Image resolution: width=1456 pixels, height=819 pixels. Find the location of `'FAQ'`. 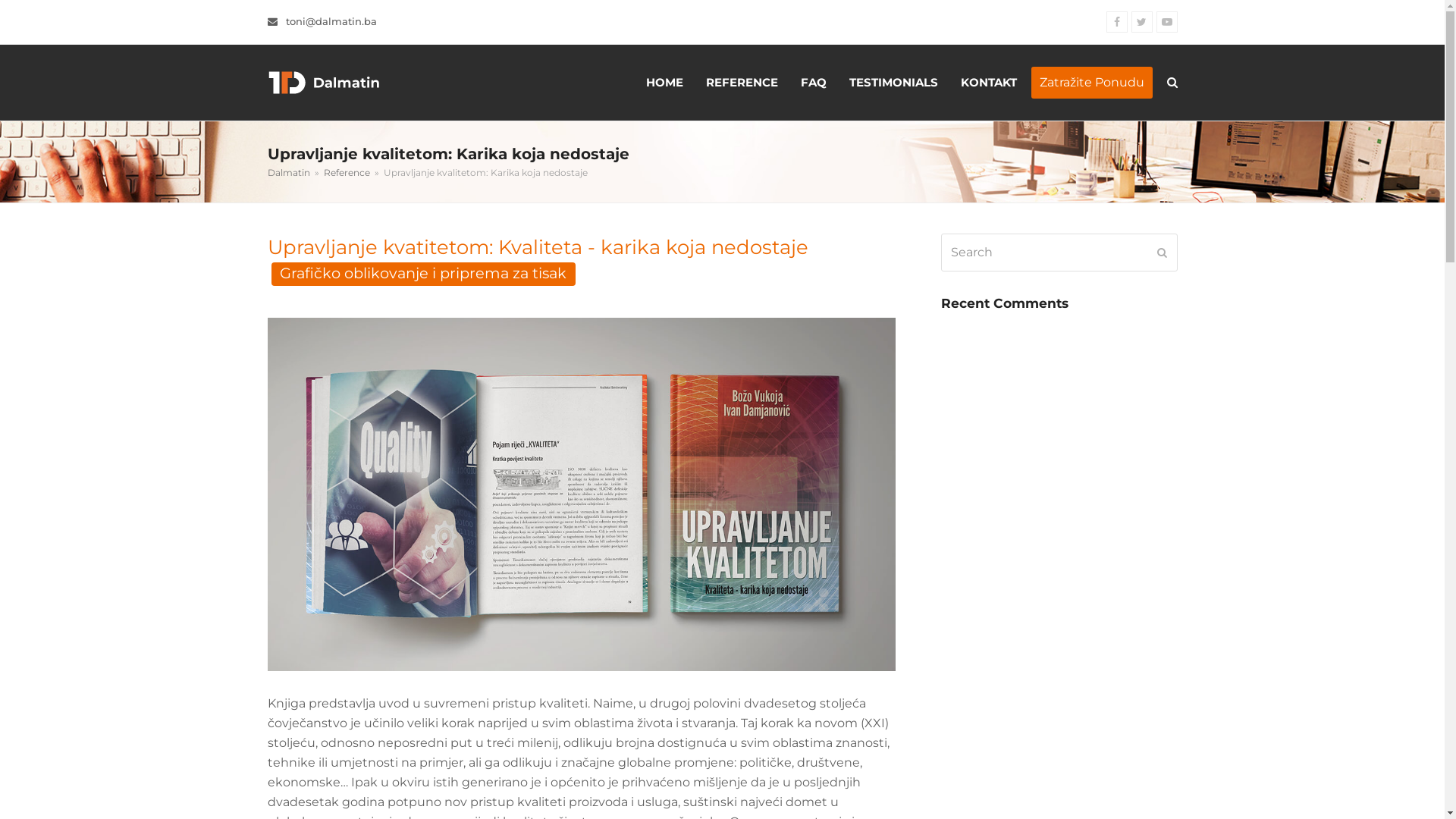

'FAQ' is located at coordinates (811, 82).